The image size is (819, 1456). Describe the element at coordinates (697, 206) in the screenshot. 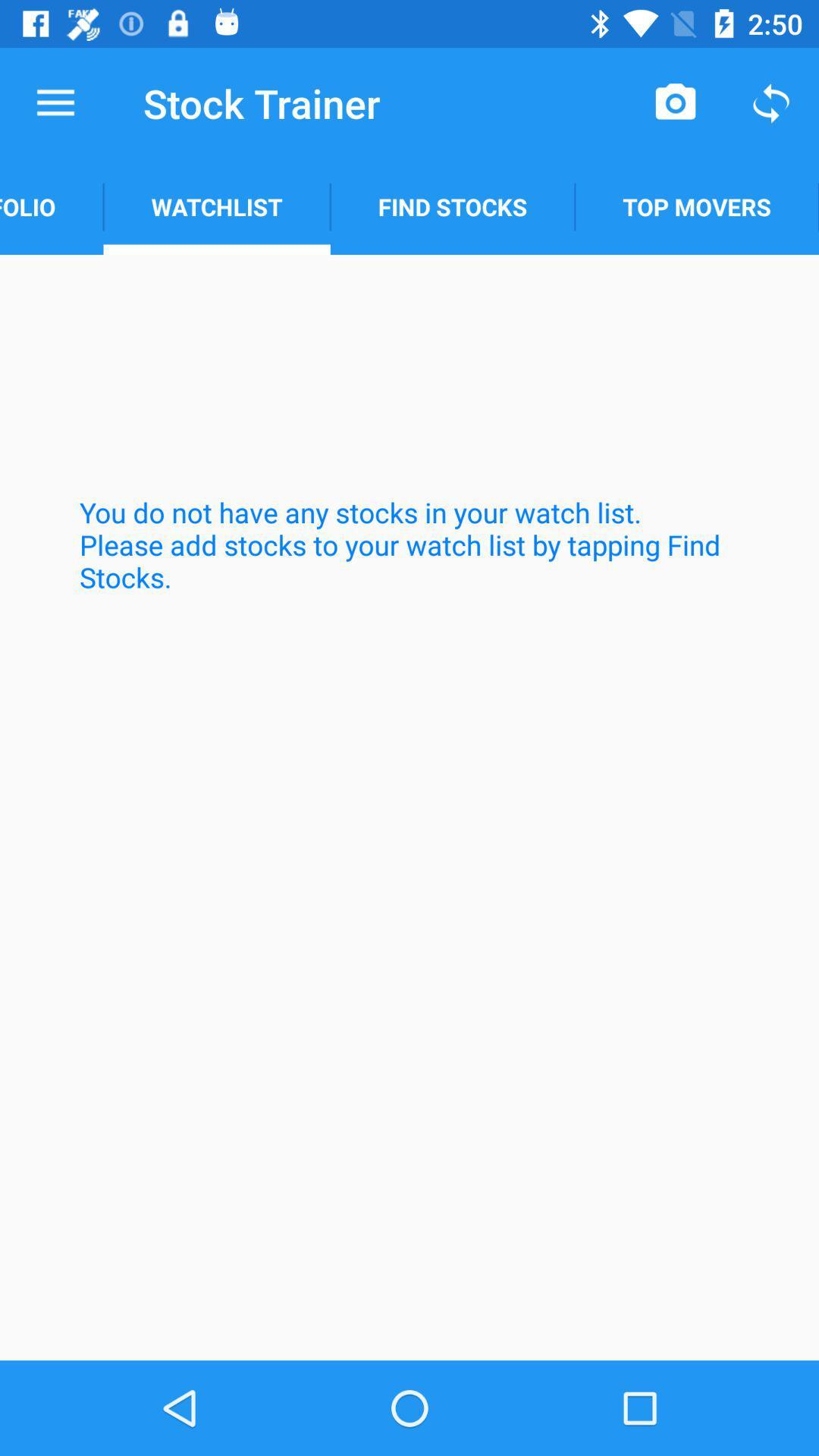

I see `the top movers app` at that location.